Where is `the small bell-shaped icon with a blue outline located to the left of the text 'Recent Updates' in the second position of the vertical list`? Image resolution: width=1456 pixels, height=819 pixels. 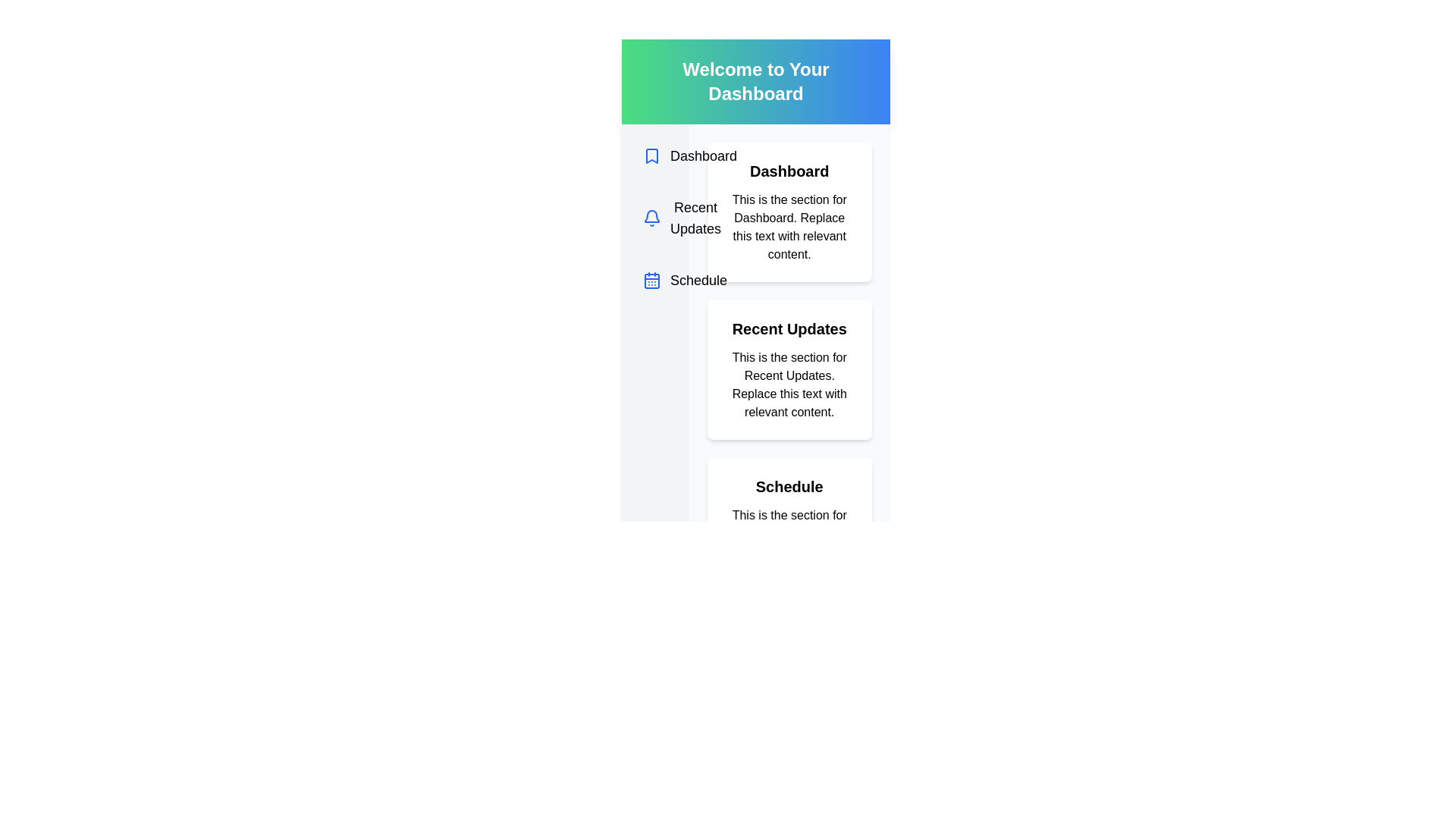 the small bell-shaped icon with a blue outline located to the left of the text 'Recent Updates' in the second position of the vertical list is located at coordinates (651, 218).